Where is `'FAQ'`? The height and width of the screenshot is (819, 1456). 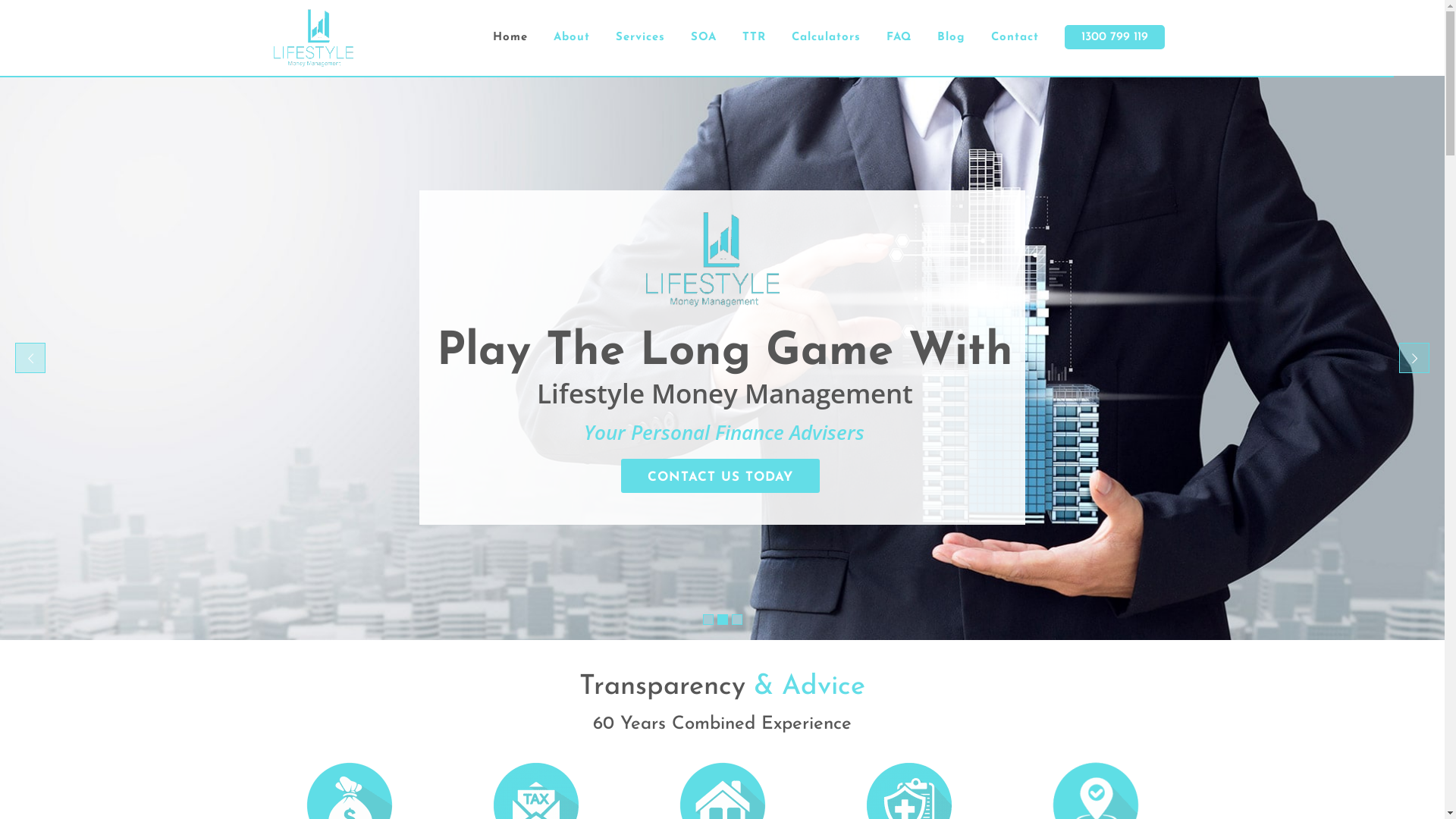
'FAQ' is located at coordinates (899, 37).